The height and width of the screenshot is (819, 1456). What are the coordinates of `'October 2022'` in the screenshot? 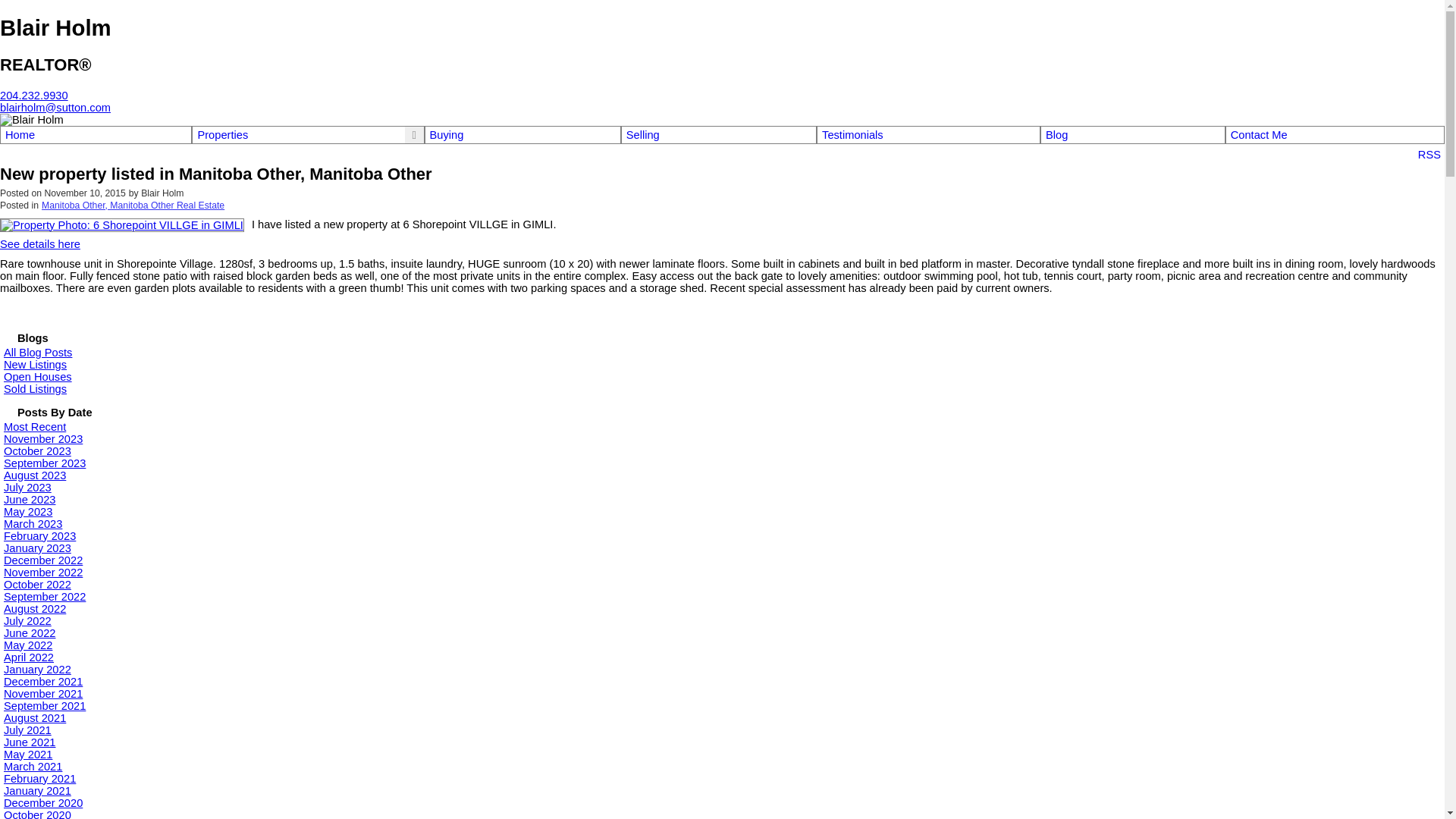 It's located at (3, 584).